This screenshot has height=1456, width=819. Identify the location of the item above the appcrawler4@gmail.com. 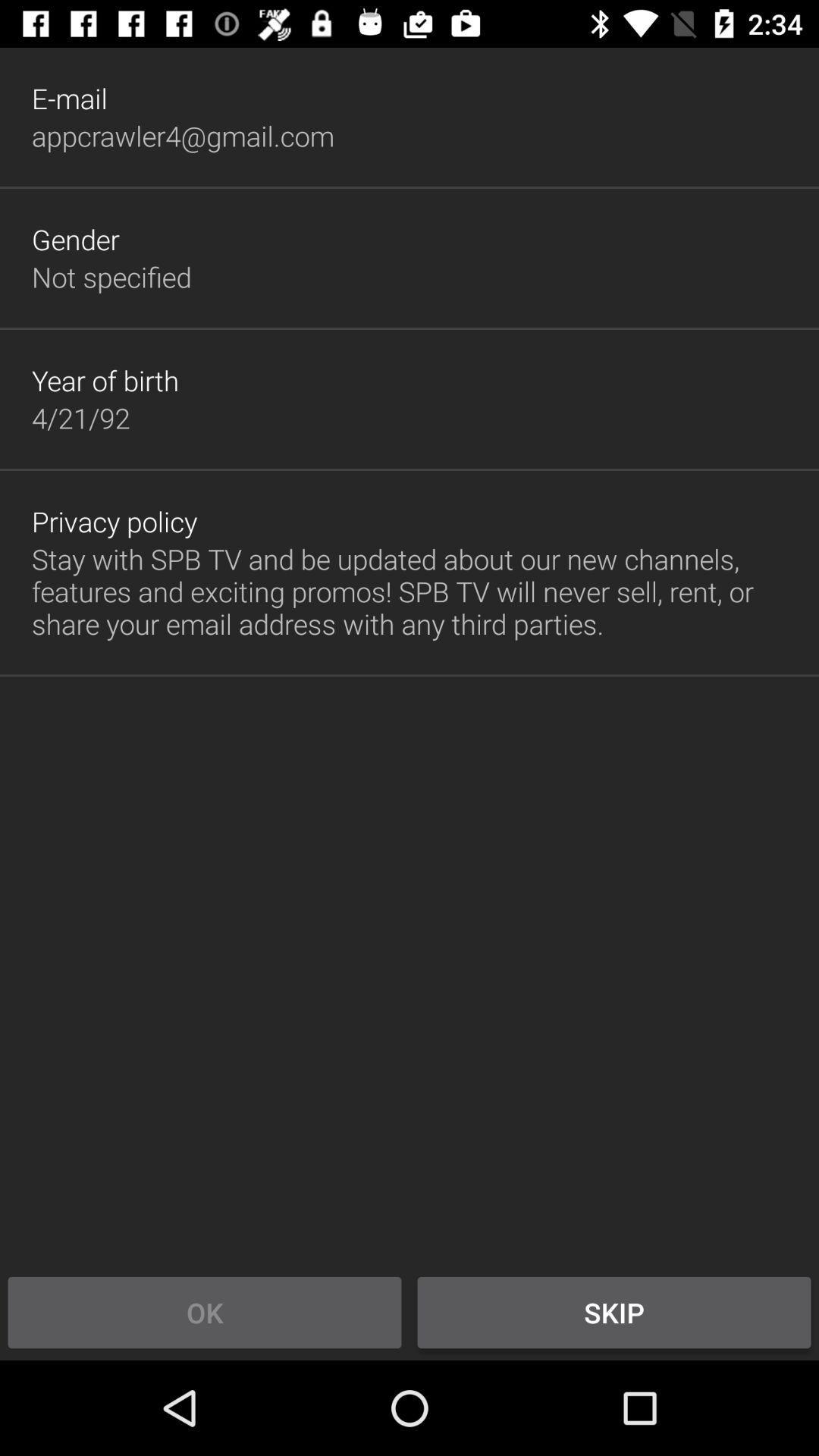
(69, 97).